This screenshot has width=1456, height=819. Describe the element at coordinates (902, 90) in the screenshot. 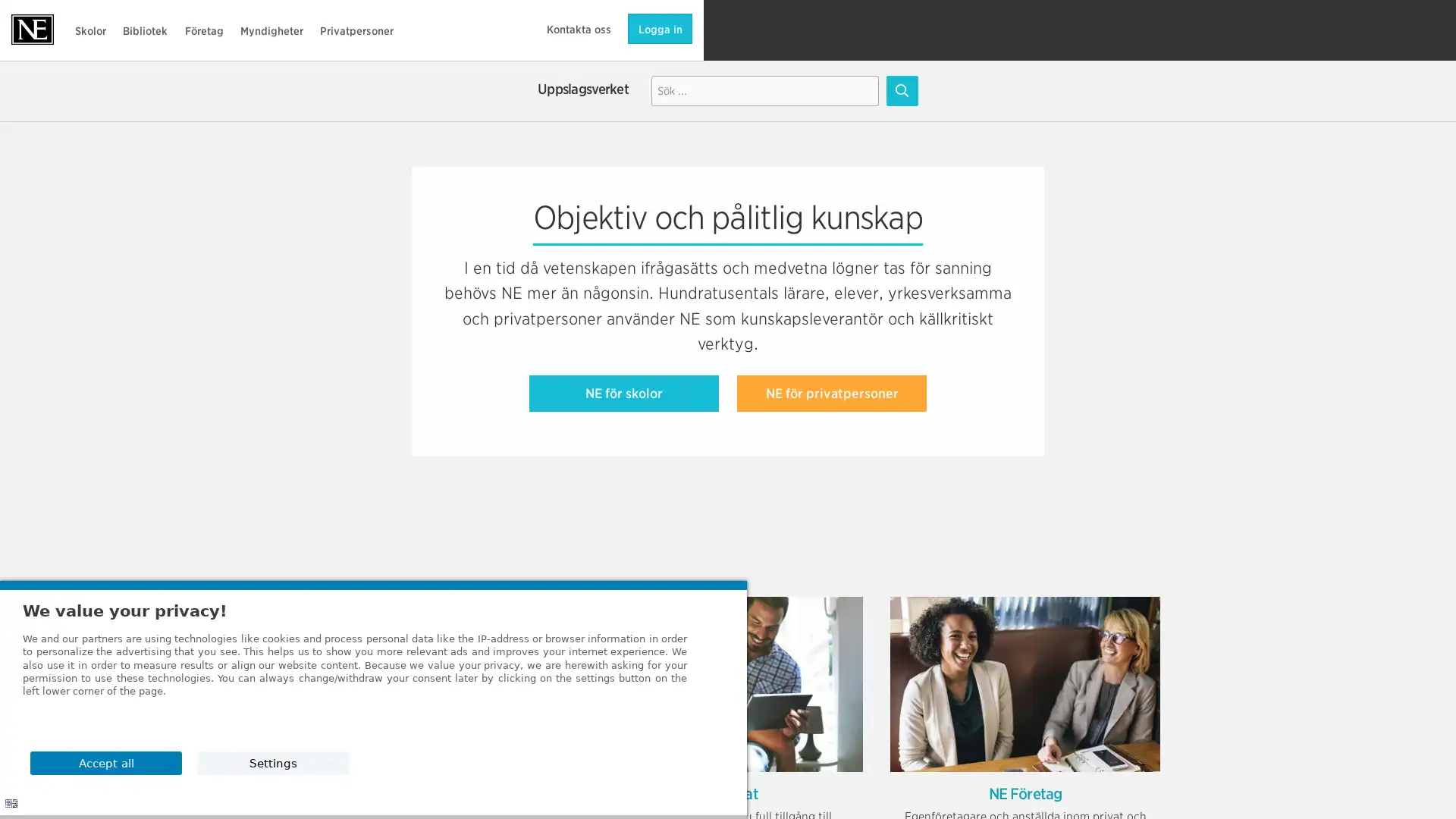

I see `Sok` at that location.